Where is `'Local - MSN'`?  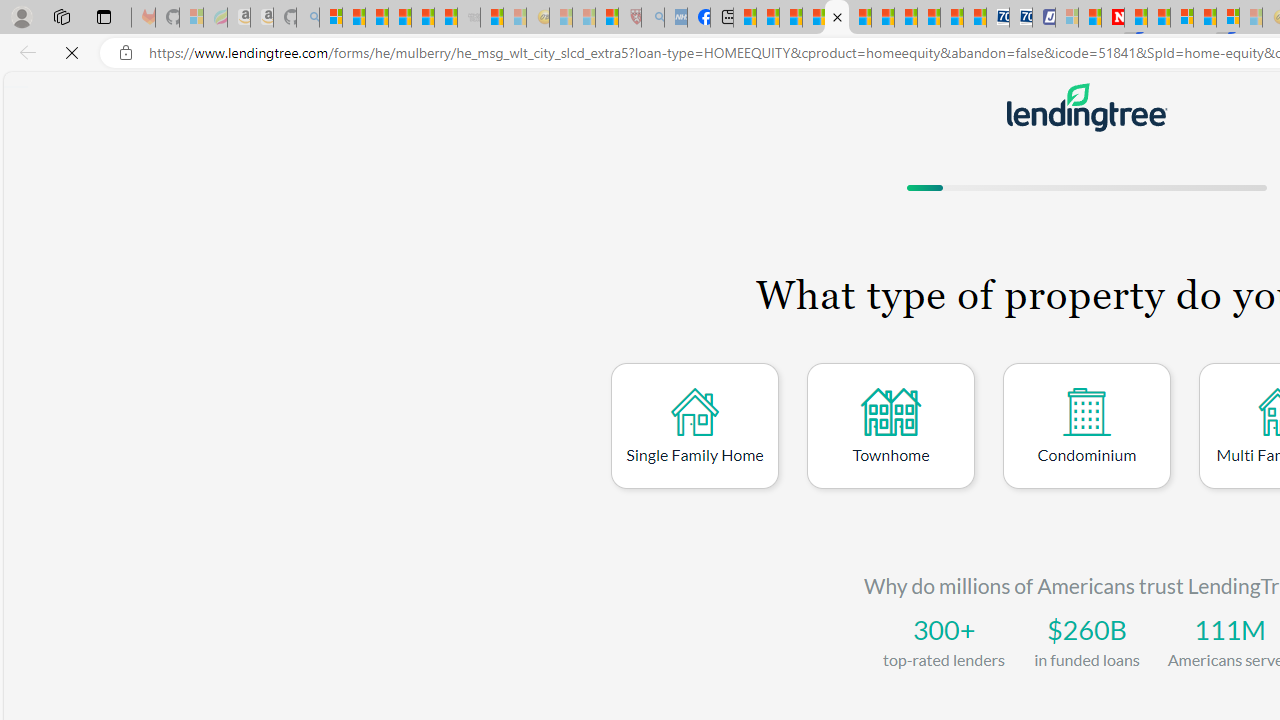 'Local - MSN' is located at coordinates (606, 17).